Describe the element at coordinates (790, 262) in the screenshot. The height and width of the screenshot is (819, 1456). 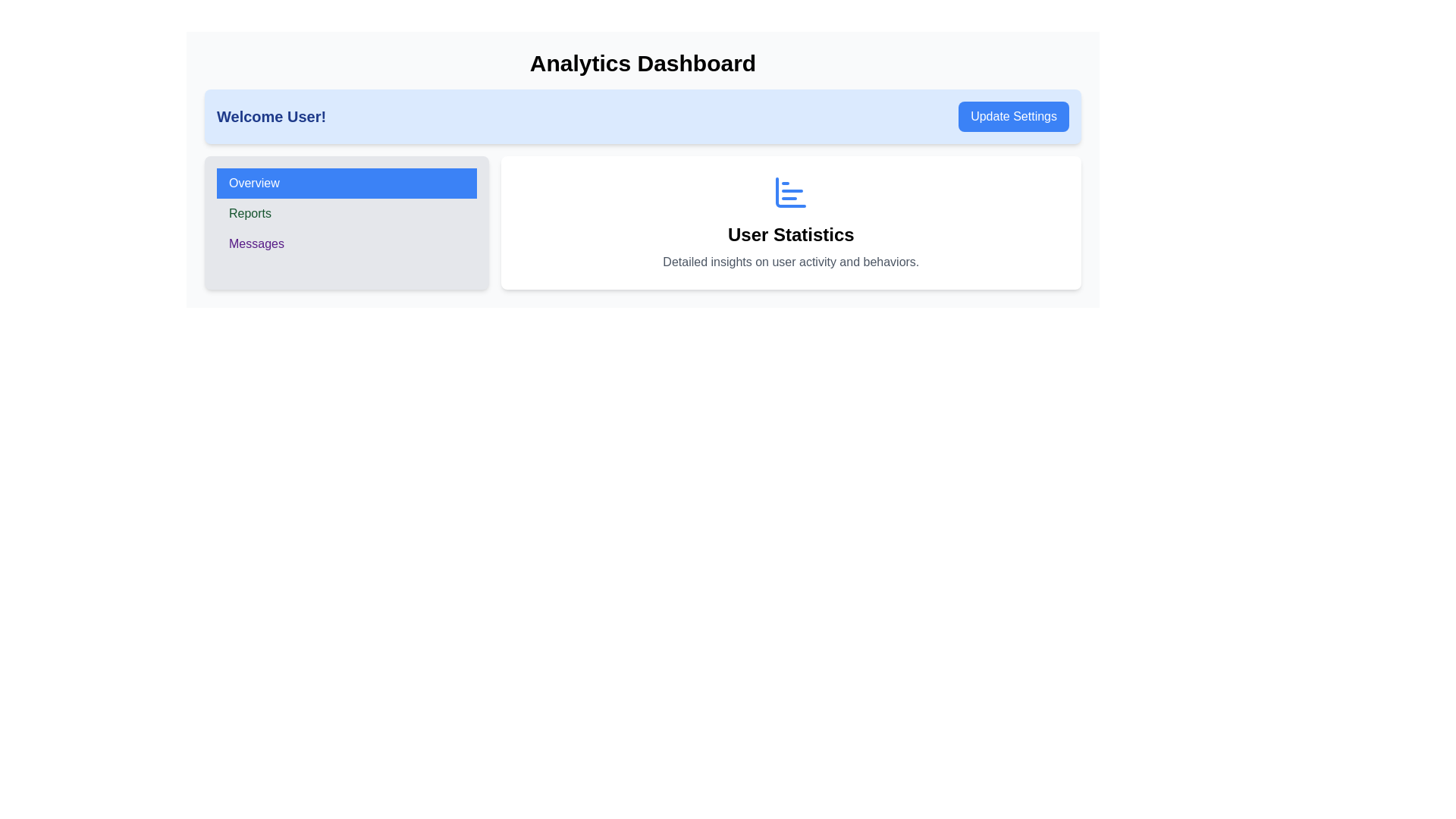
I see `the static text element that provides a summary about the 'User Statistics' section, located directly below the 'User Statistics' title and icon` at that location.